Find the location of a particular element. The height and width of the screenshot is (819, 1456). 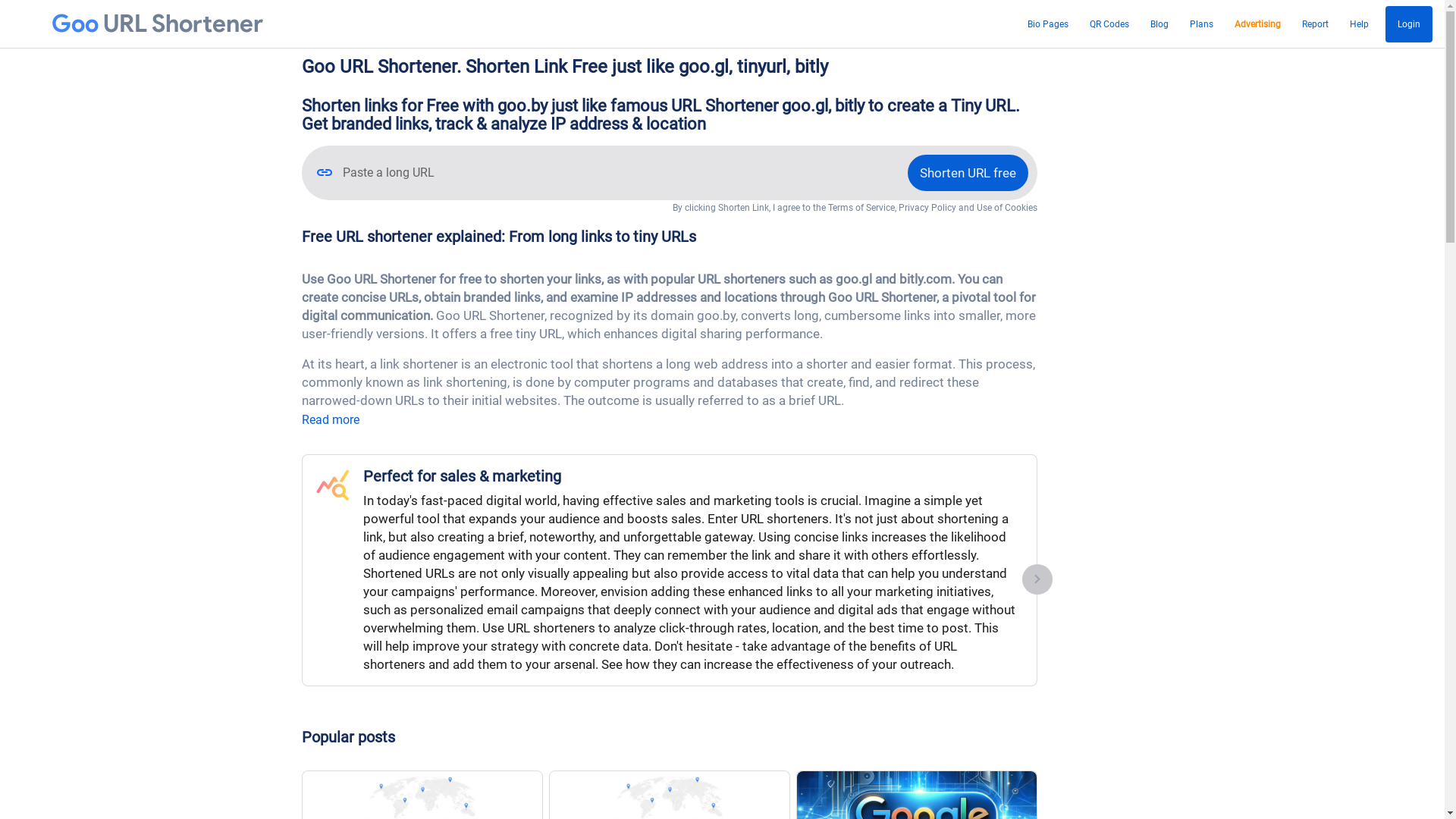

'Advertising' is located at coordinates (1230, 24).